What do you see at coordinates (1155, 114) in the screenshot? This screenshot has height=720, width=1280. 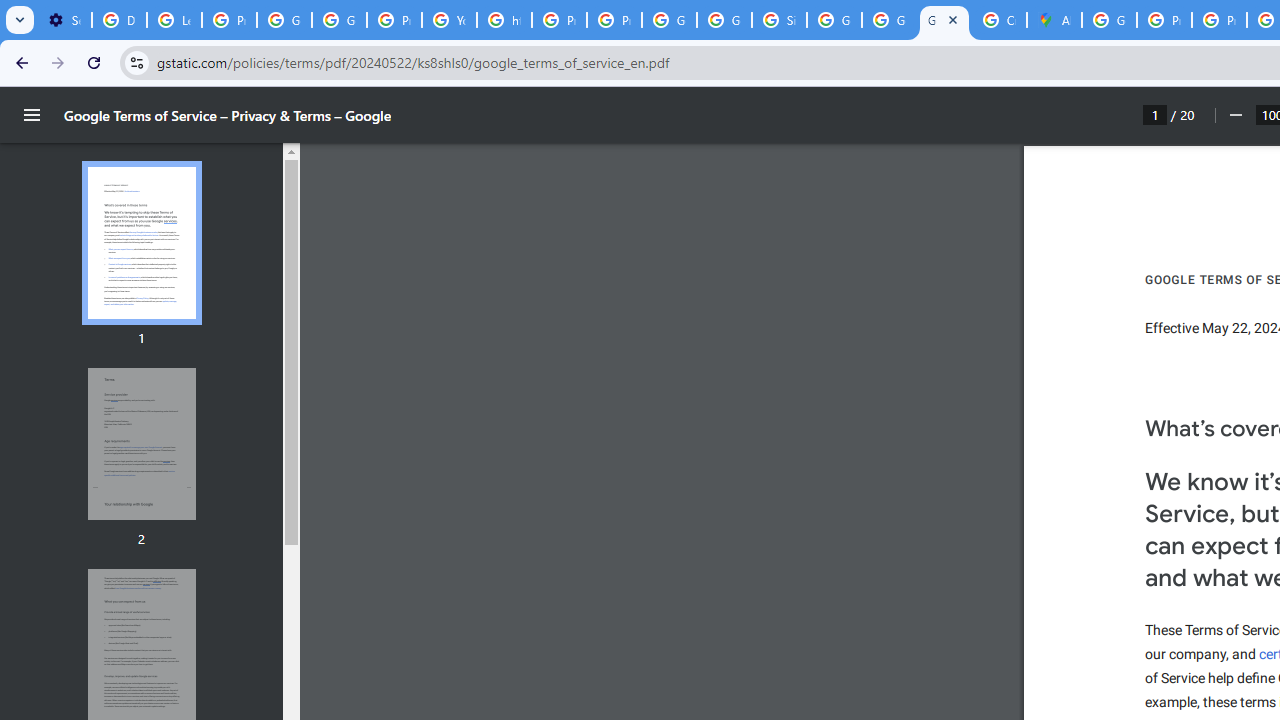 I see `'Page number'` at bounding box center [1155, 114].